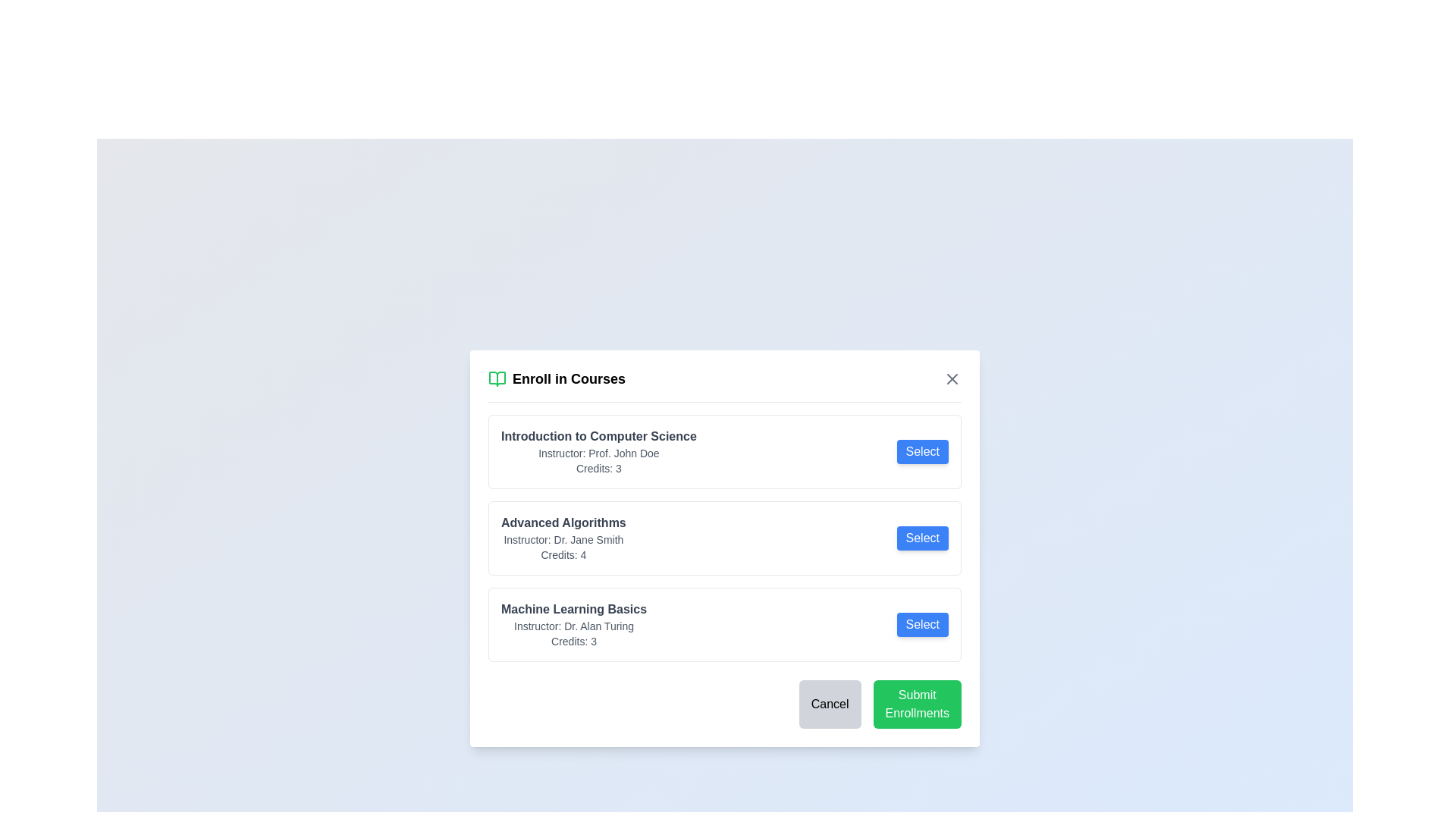 This screenshot has height=819, width=1456. What do you see at coordinates (563, 554) in the screenshot?
I see `text label displaying 'Credits: 4', which is a small gray font positioned below 'Instructor: Dr. Jane Smith' in the course entry for 'Advanced Algorithms'` at bounding box center [563, 554].